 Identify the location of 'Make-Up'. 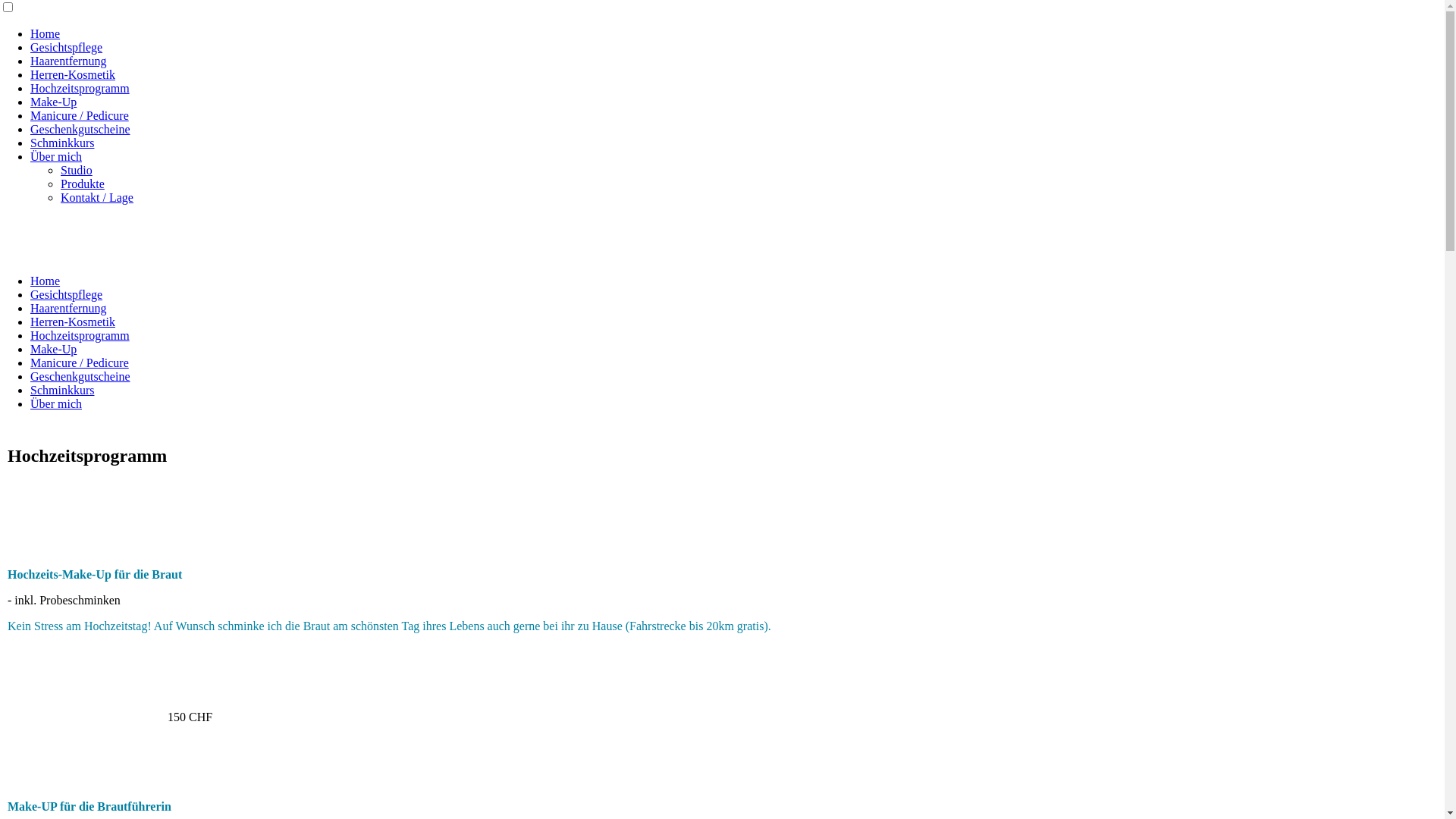
(53, 102).